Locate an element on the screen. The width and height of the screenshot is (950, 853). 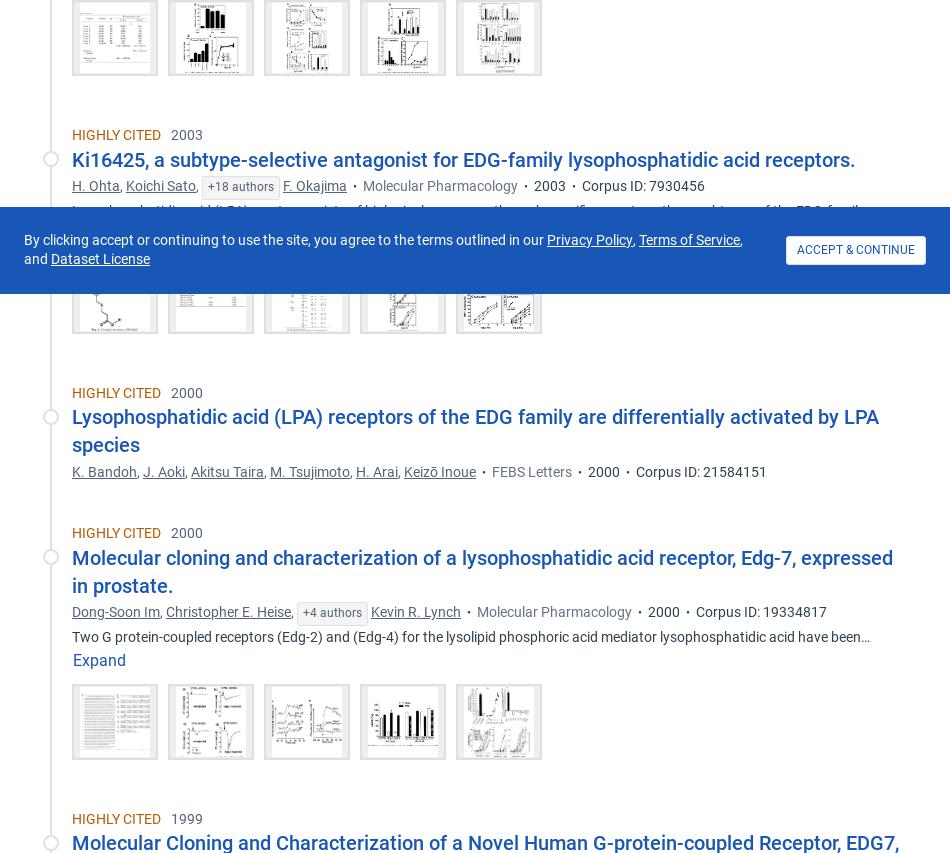
'M. Tsujimoto' is located at coordinates (308, 470).